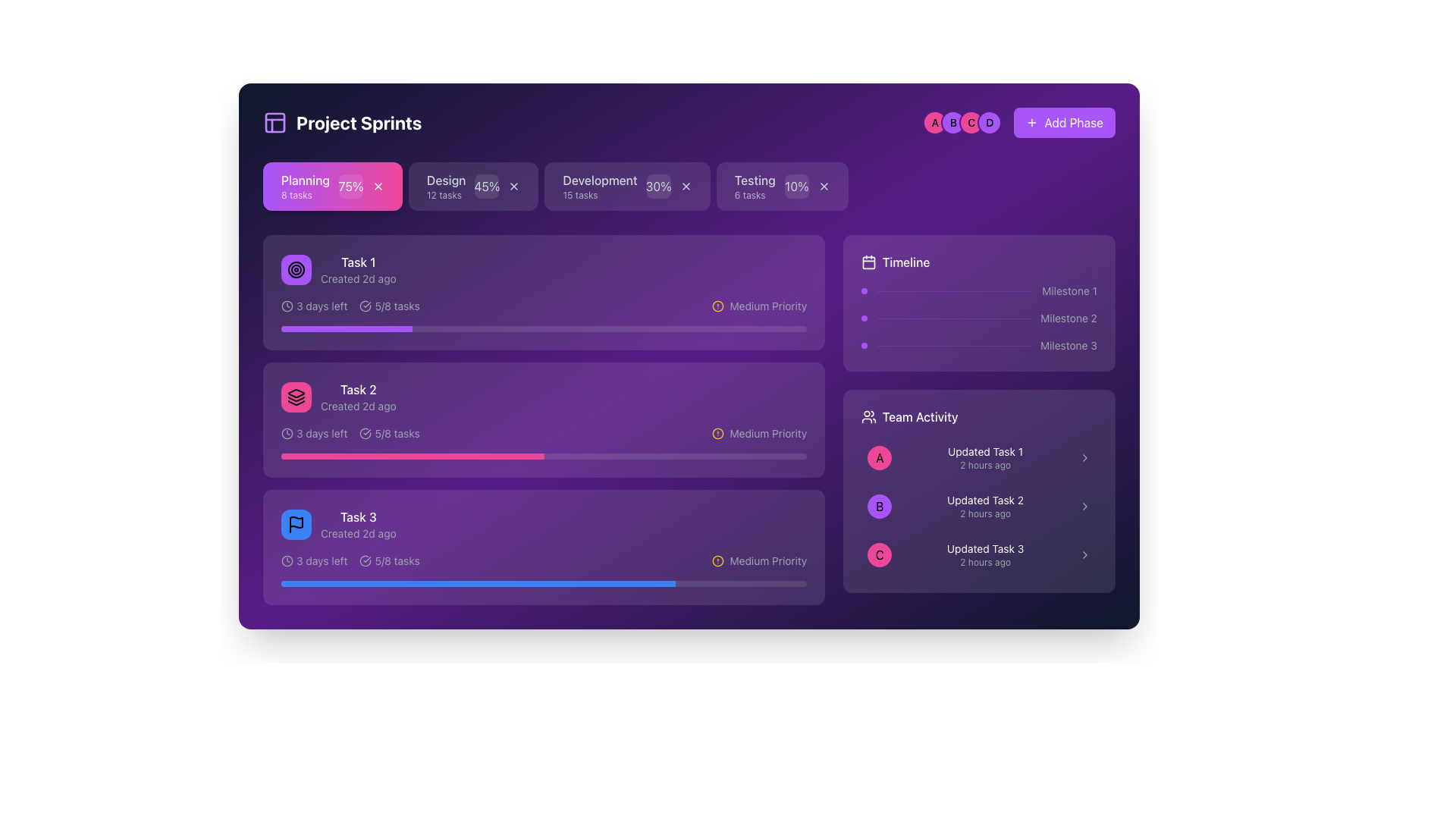 Image resolution: width=1456 pixels, height=819 pixels. What do you see at coordinates (287, 433) in the screenshot?
I see `the time-related icon that is located immediately preceding the text '3 days left' in the row for 'Task 2' within the 'Planning' section` at bounding box center [287, 433].